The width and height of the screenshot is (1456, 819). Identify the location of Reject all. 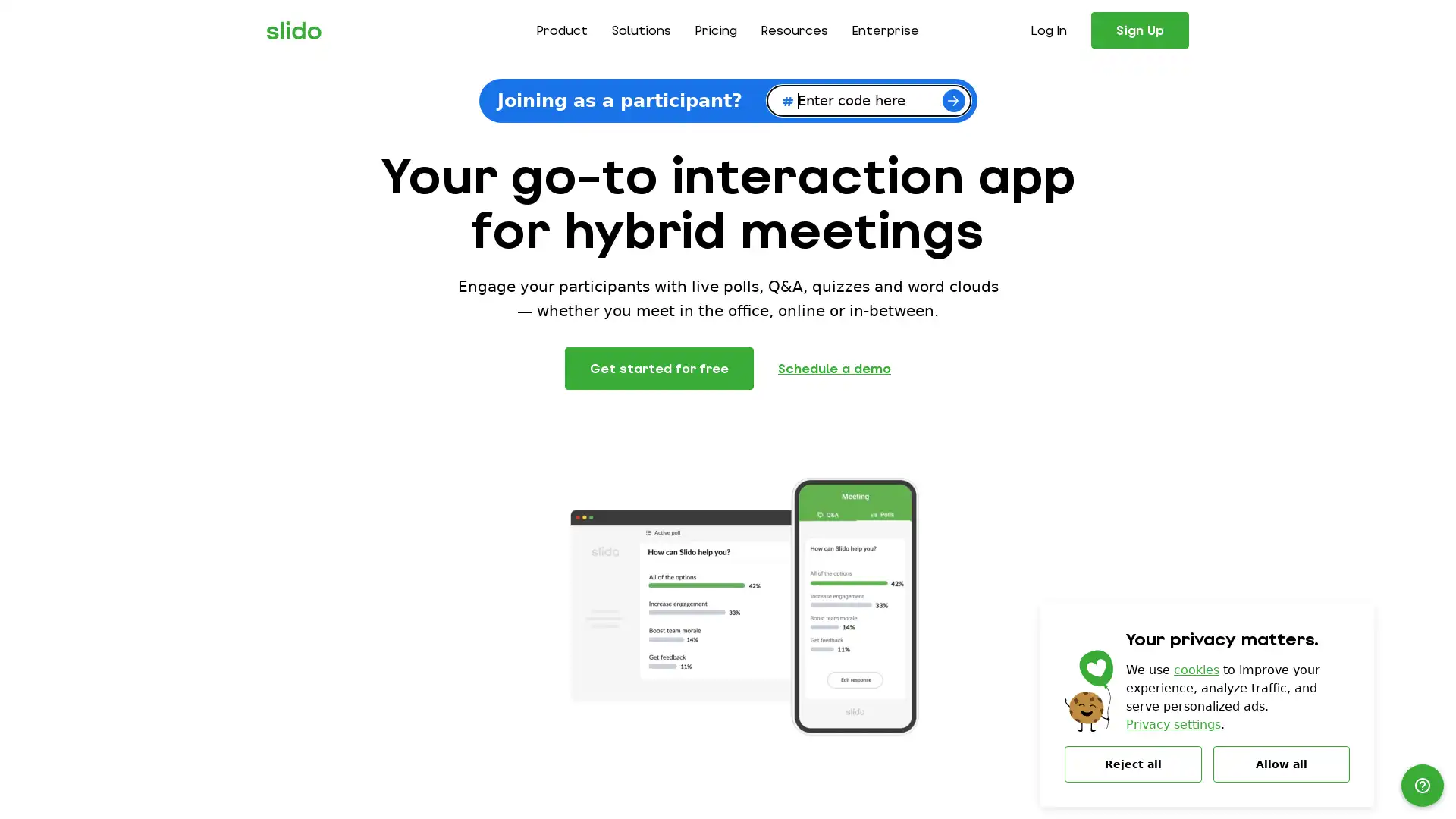
(1132, 764).